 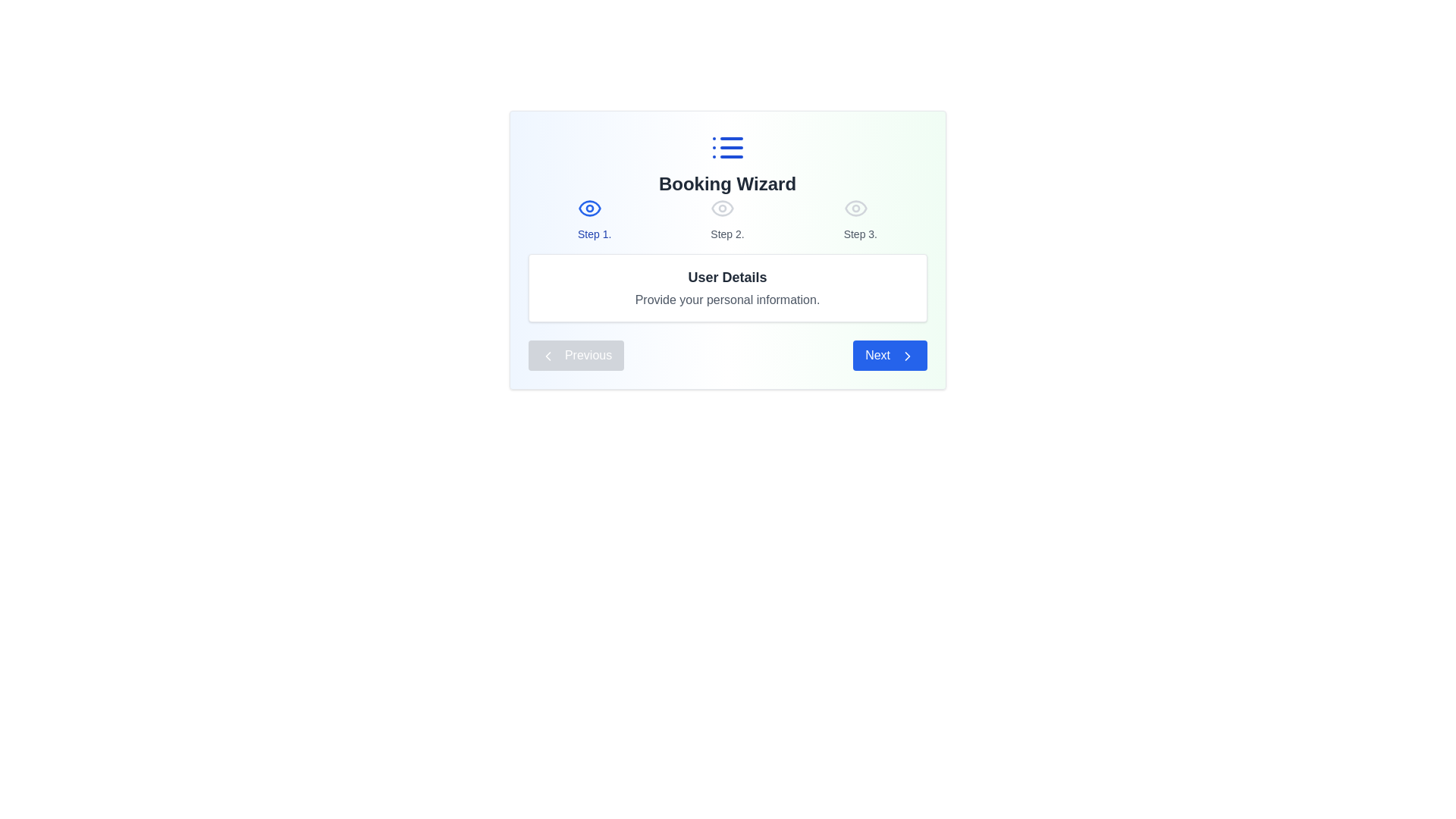 I want to click on the 'Next' button located at the bottom-right corner of the central interface card, so click(x=907, y=356).